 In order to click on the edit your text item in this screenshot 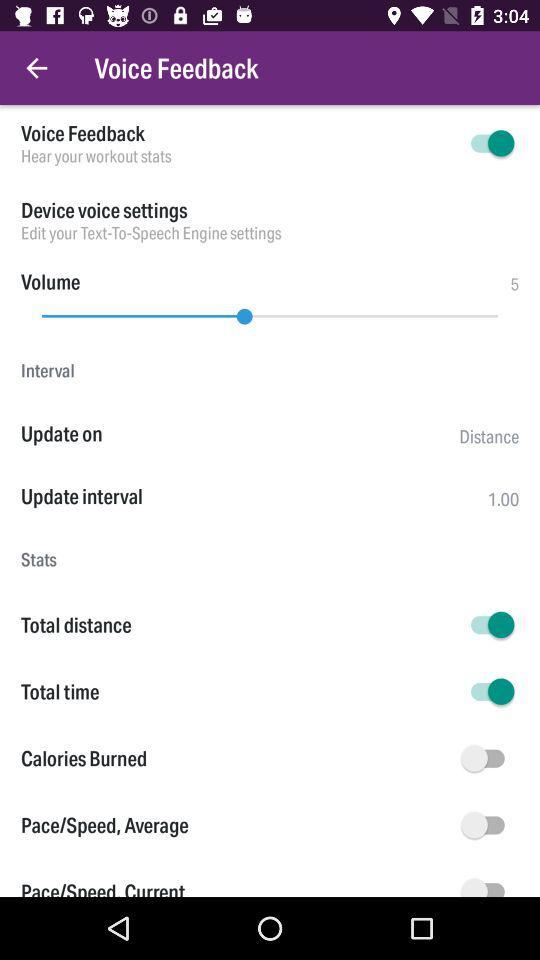, I will do `click(270, 233)`.